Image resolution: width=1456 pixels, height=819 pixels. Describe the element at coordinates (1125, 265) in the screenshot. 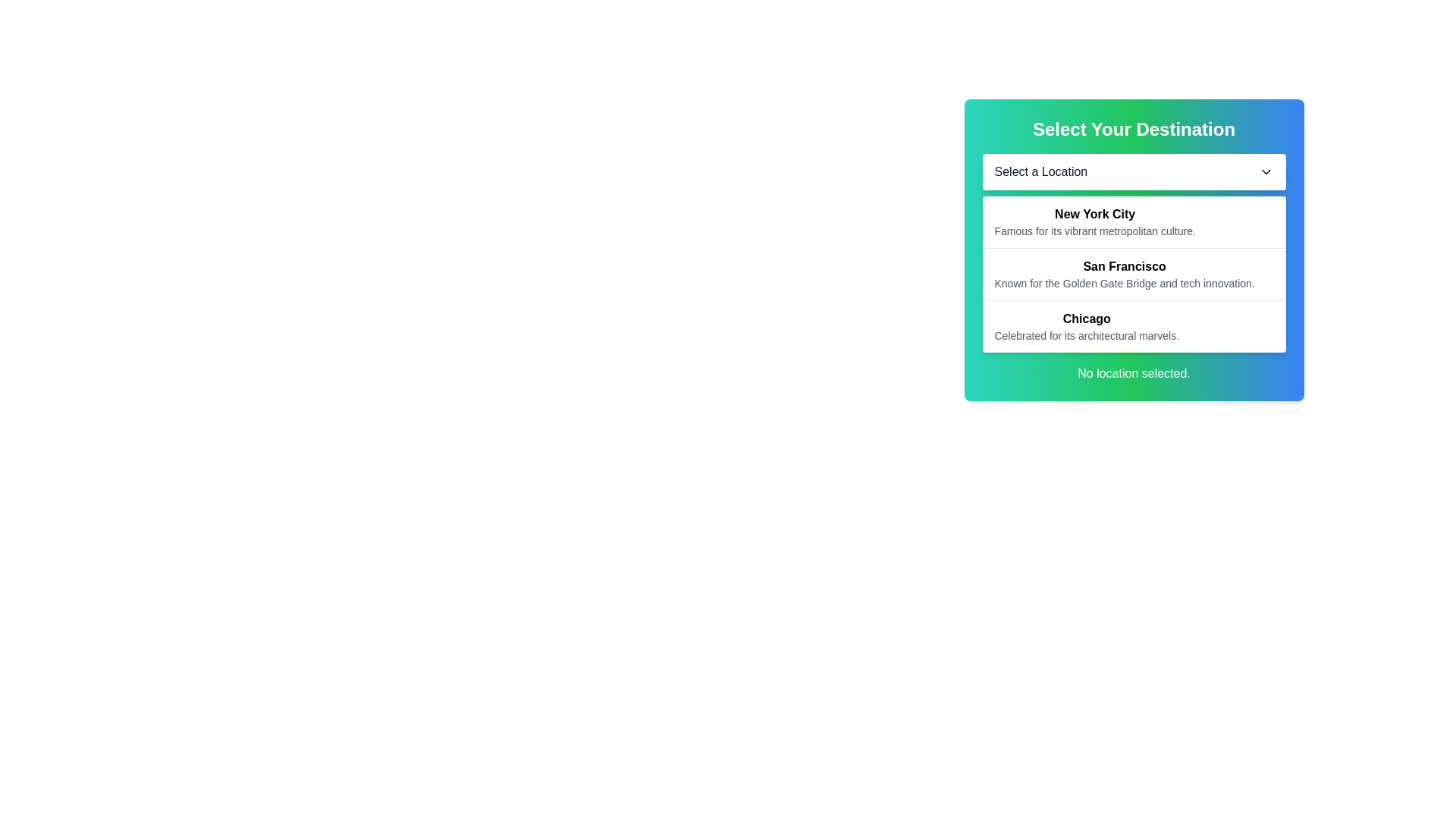

I see `the bold text label 'San Francisco' which is situated above the descriptive text and below 'New York City' in the vertical list of location options` at that location.